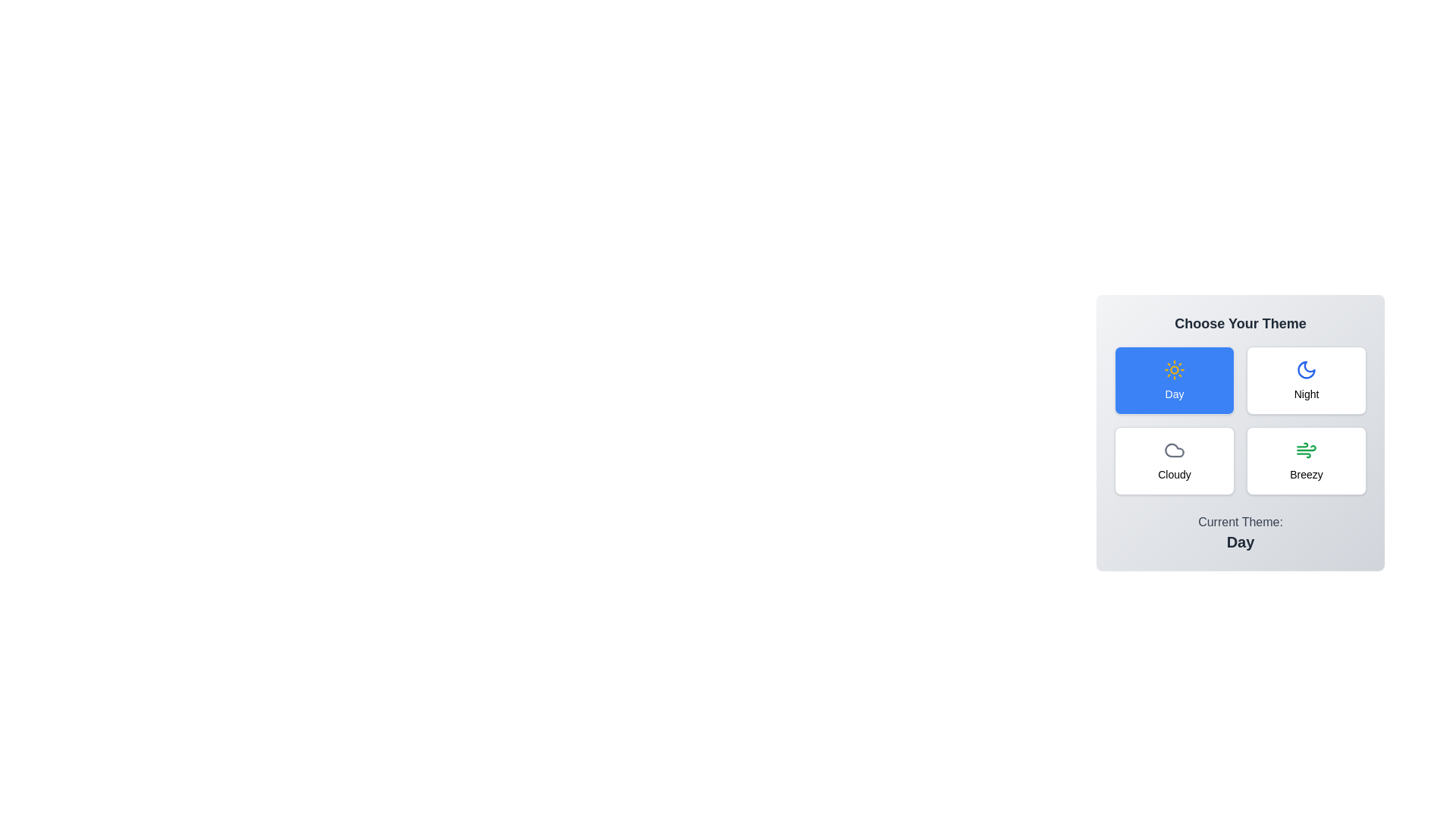 The width and height of the screenshot is (1456, 819). What do you see at coordinates (1306, 379) in the screenshot?
I see `the button corresponding to the theme Night` at bounding box center [1306, 379].